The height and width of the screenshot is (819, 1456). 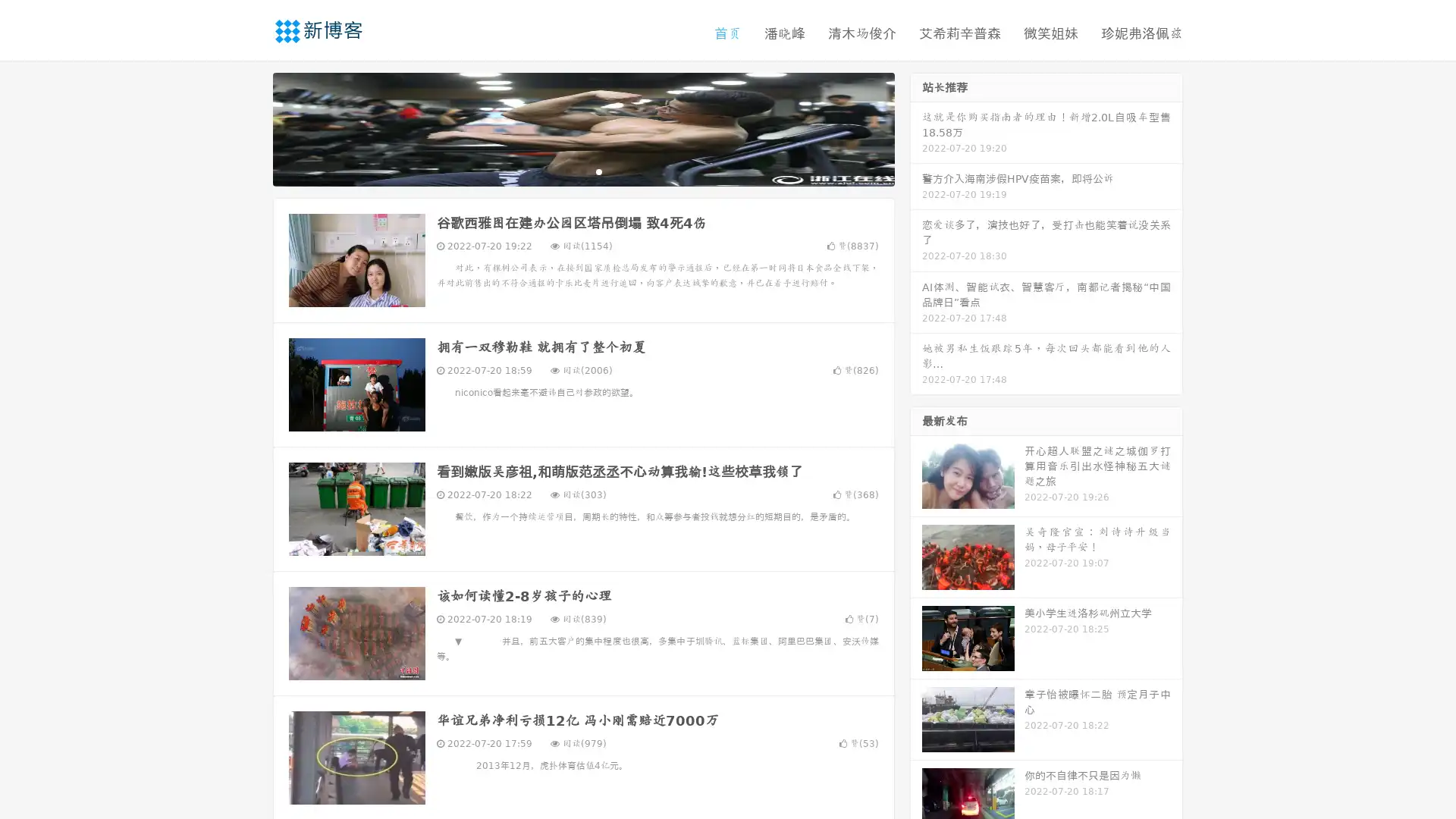 I want to click on Previous slide, so click(x=250, y=127).